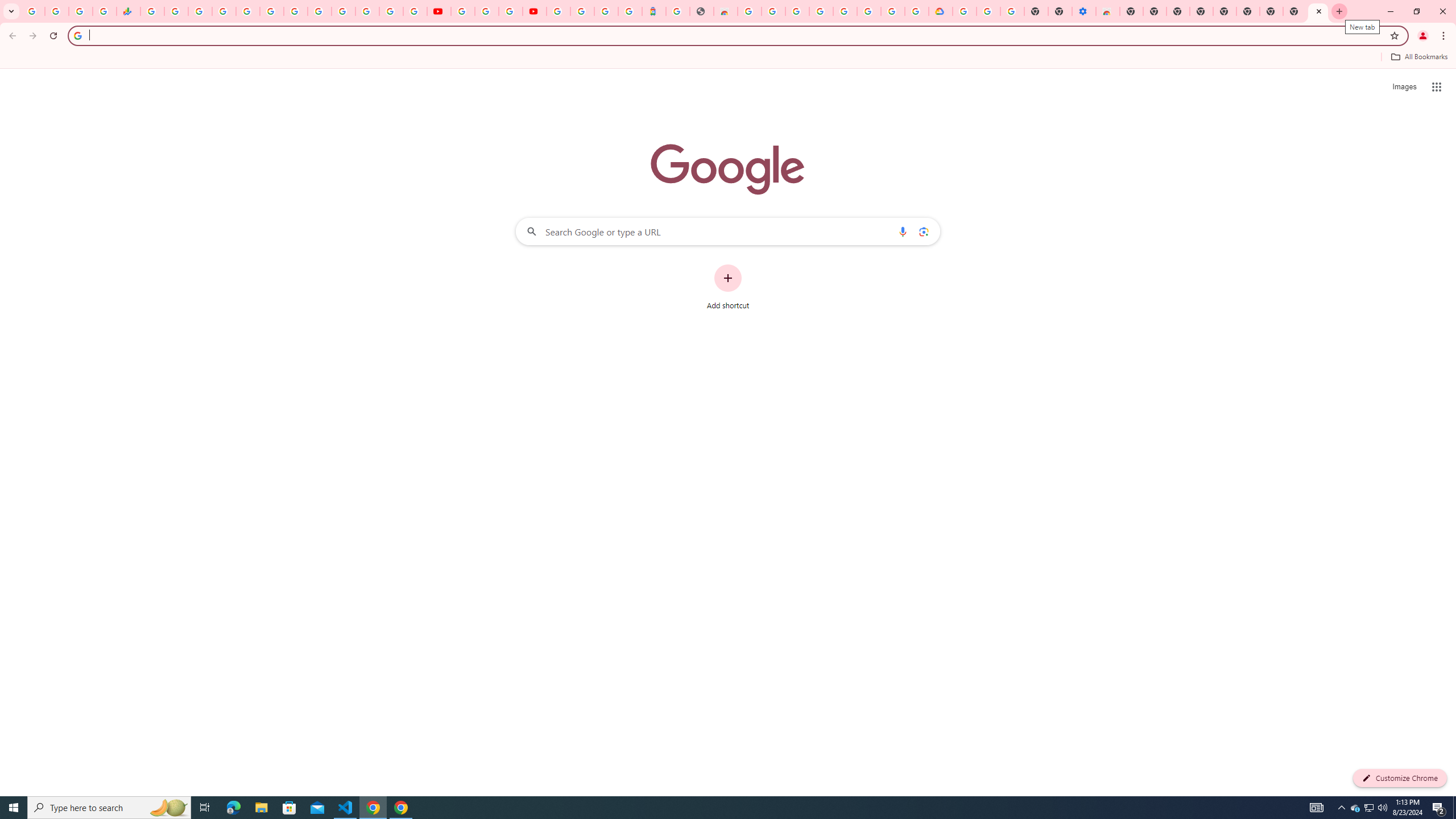 Image resolution: width=1456 pixels, height=819 pixels. Describe the element at coordinates (463, 11) in the screenshot. I see `'YouTube'` at that location.